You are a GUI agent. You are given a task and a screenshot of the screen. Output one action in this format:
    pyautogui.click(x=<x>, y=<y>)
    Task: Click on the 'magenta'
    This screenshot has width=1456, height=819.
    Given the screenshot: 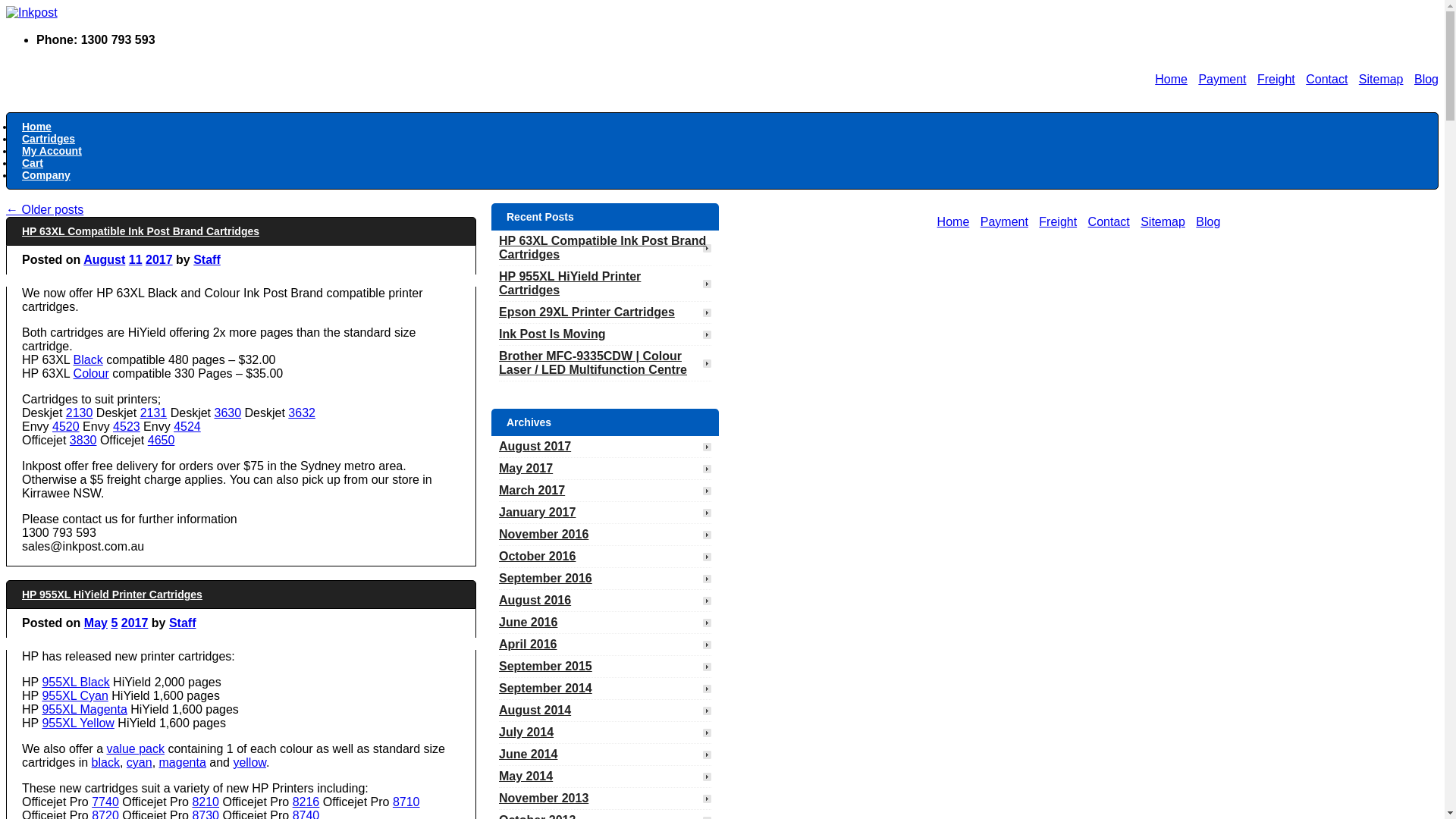 What is the action you would take?
    pyautogui.click(x=182, y=762)
    